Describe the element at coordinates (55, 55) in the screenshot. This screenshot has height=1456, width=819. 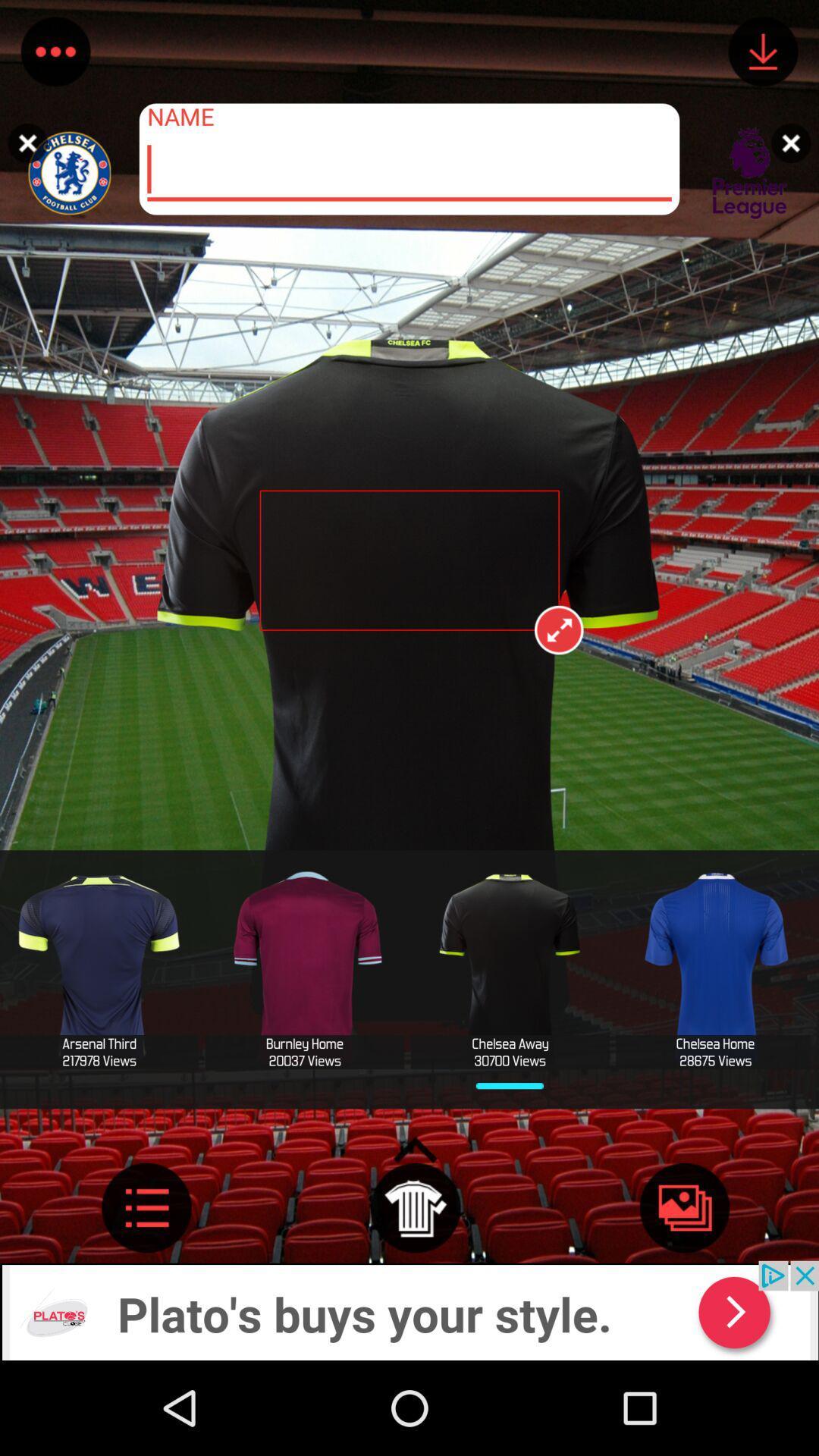
I see `the more icon` at that location.